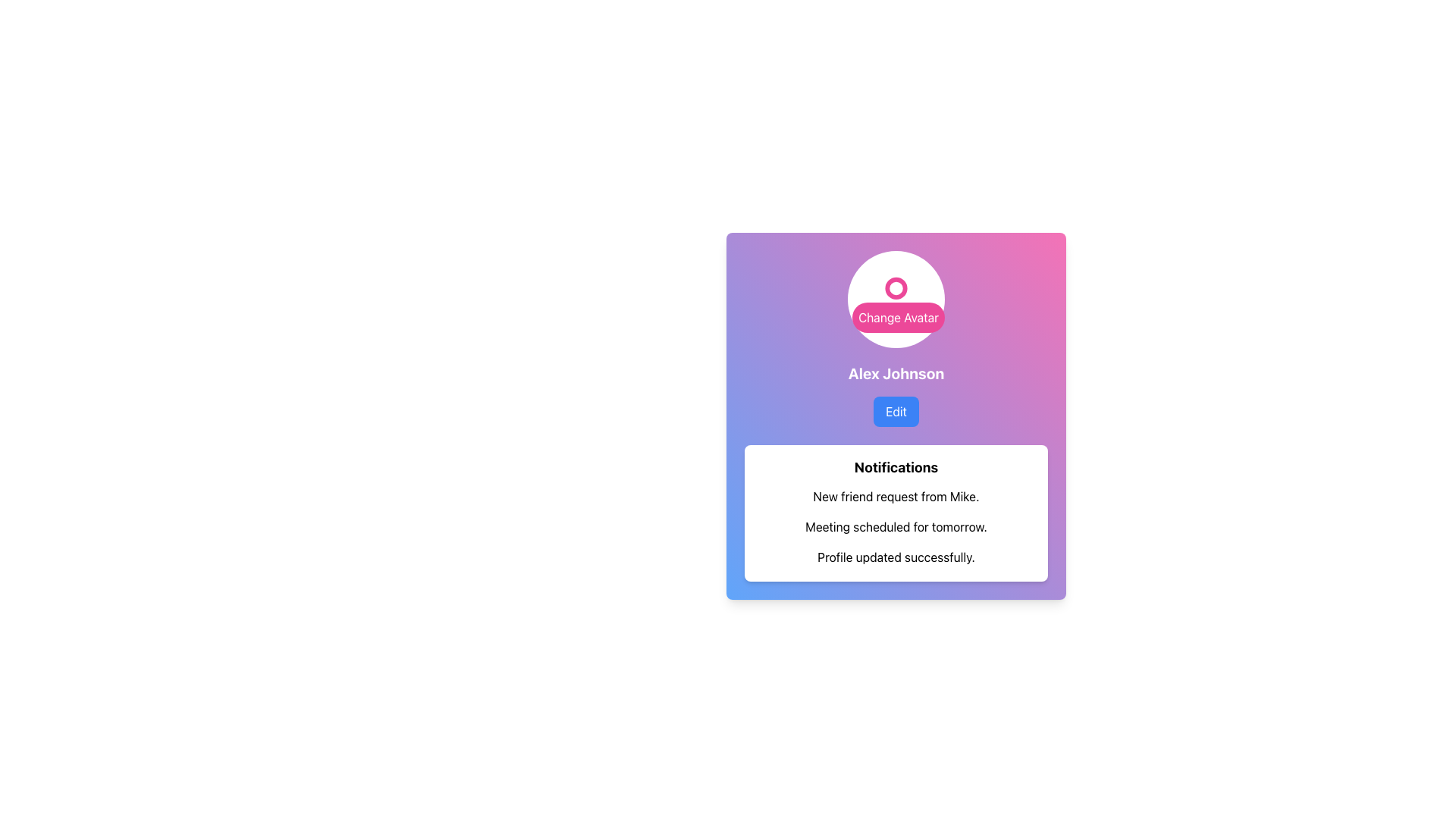  What do you see at coordinates (896, 526) in the screenshot?
I see `the text label that reads 'Meeting scheduled for tomorrow.' which is the second notification in the list of notifications` at bounding box center [896, 526].